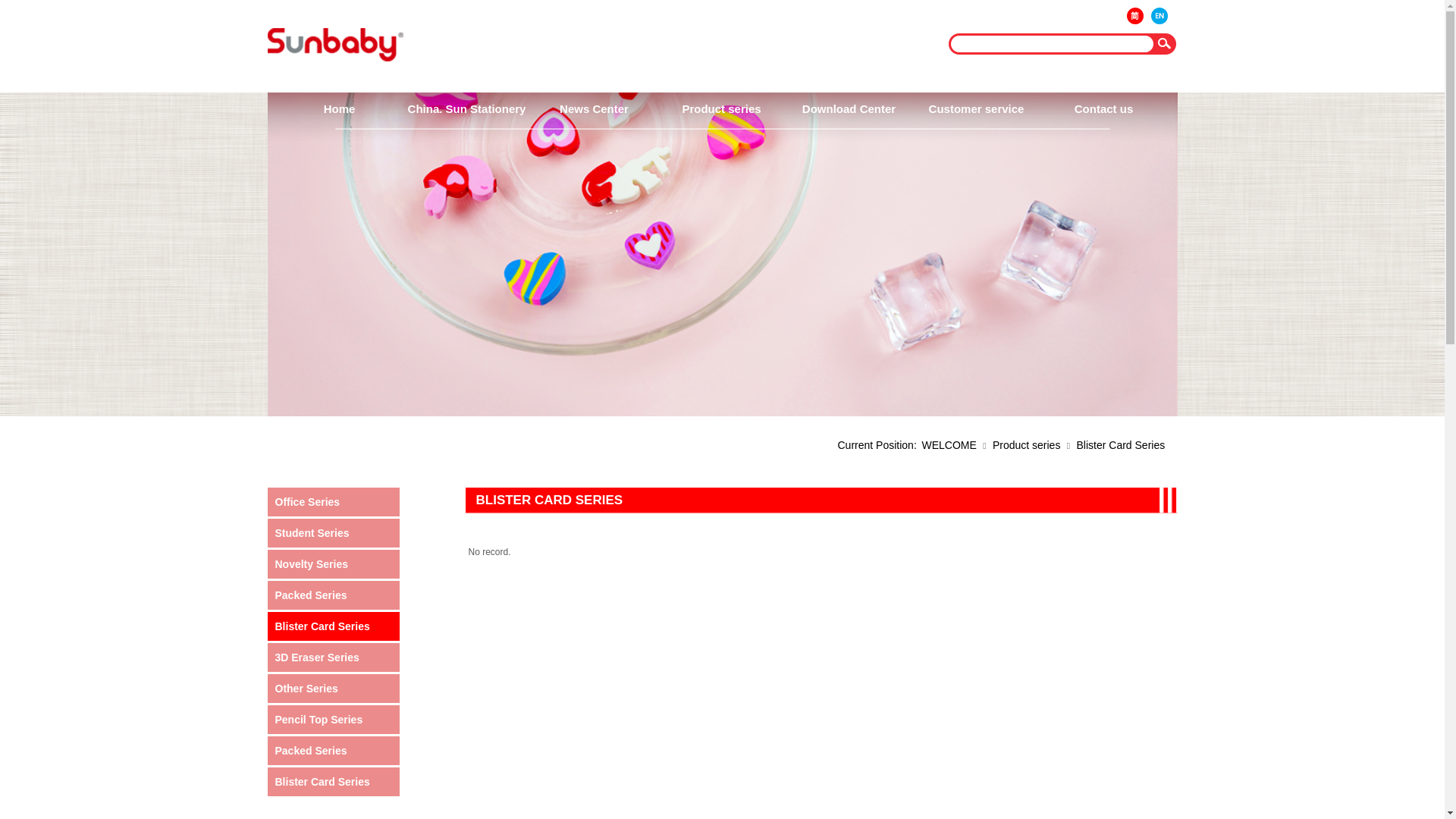 This screenshot has height=819, width=1456. What do you see at coordinates (921, 444) in the screenshot?
I see `'WELCOME'` at bounding box center [921, 444].